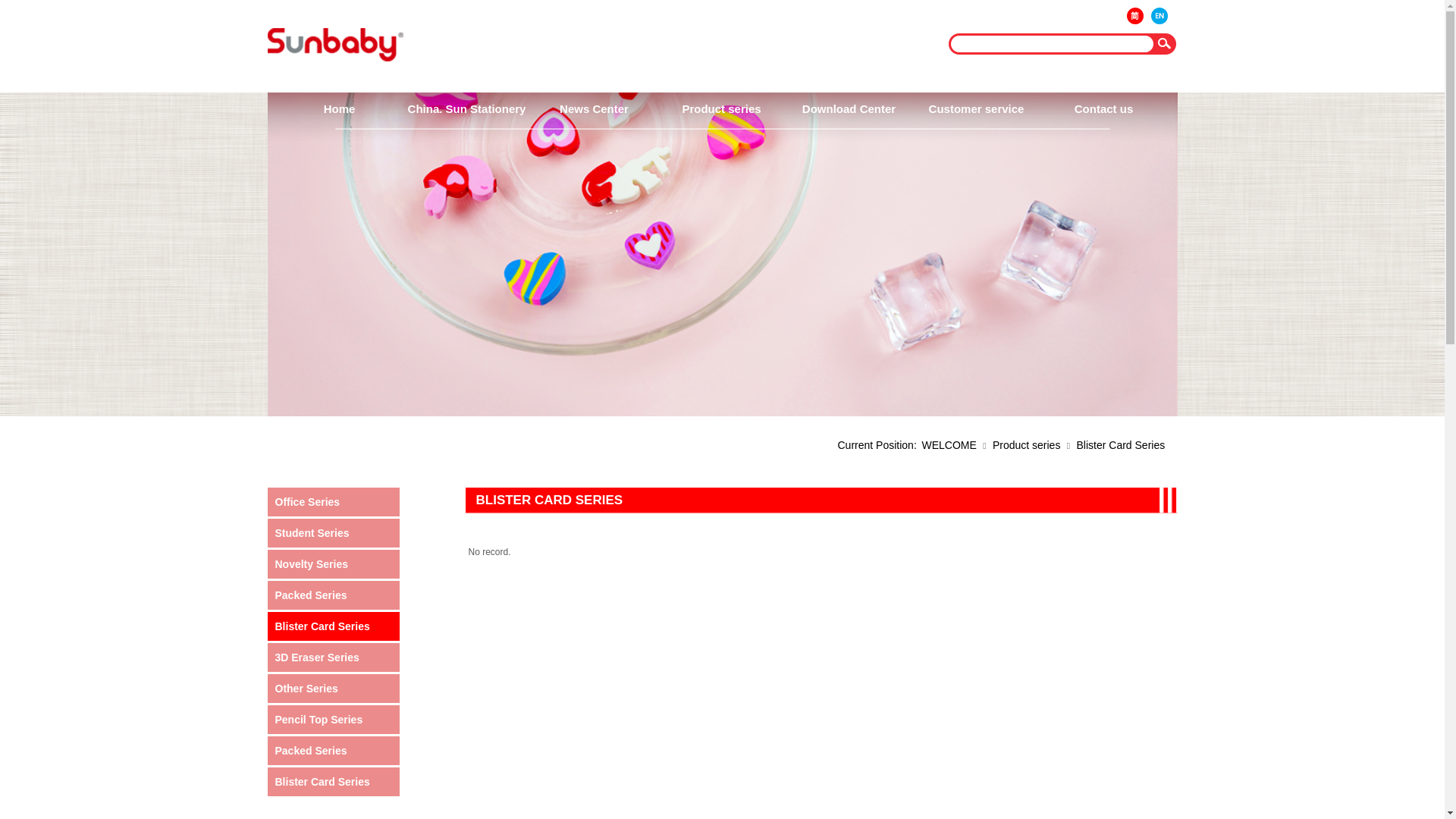 This screenshot has height=819, width=1456. What do you see at coordinates (921, 444) in the screenshot?
I see `'WELCOME'` at bounding box center [921, 444].